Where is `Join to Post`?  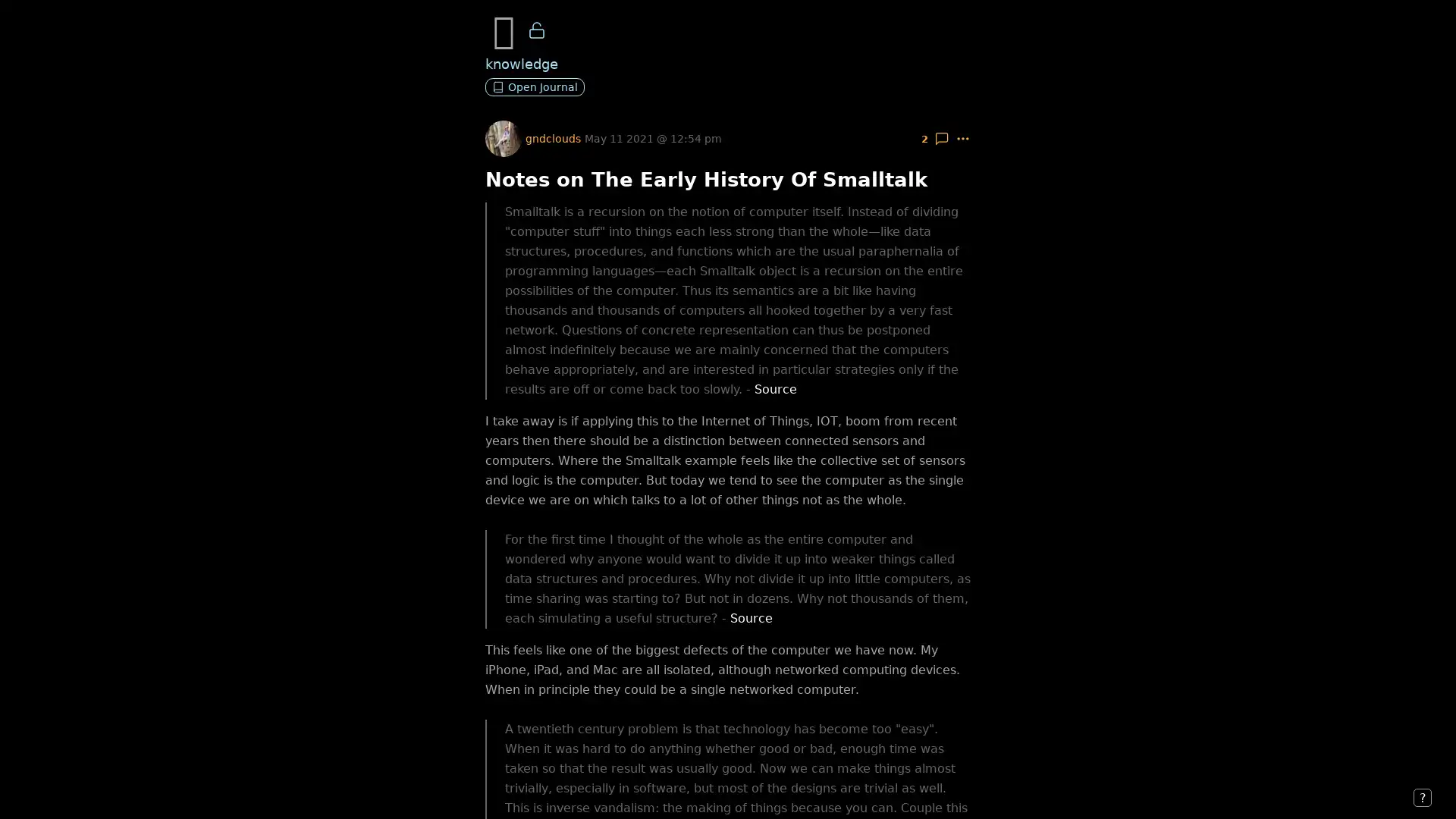 Join to Post is located at coordinates (160, 789).